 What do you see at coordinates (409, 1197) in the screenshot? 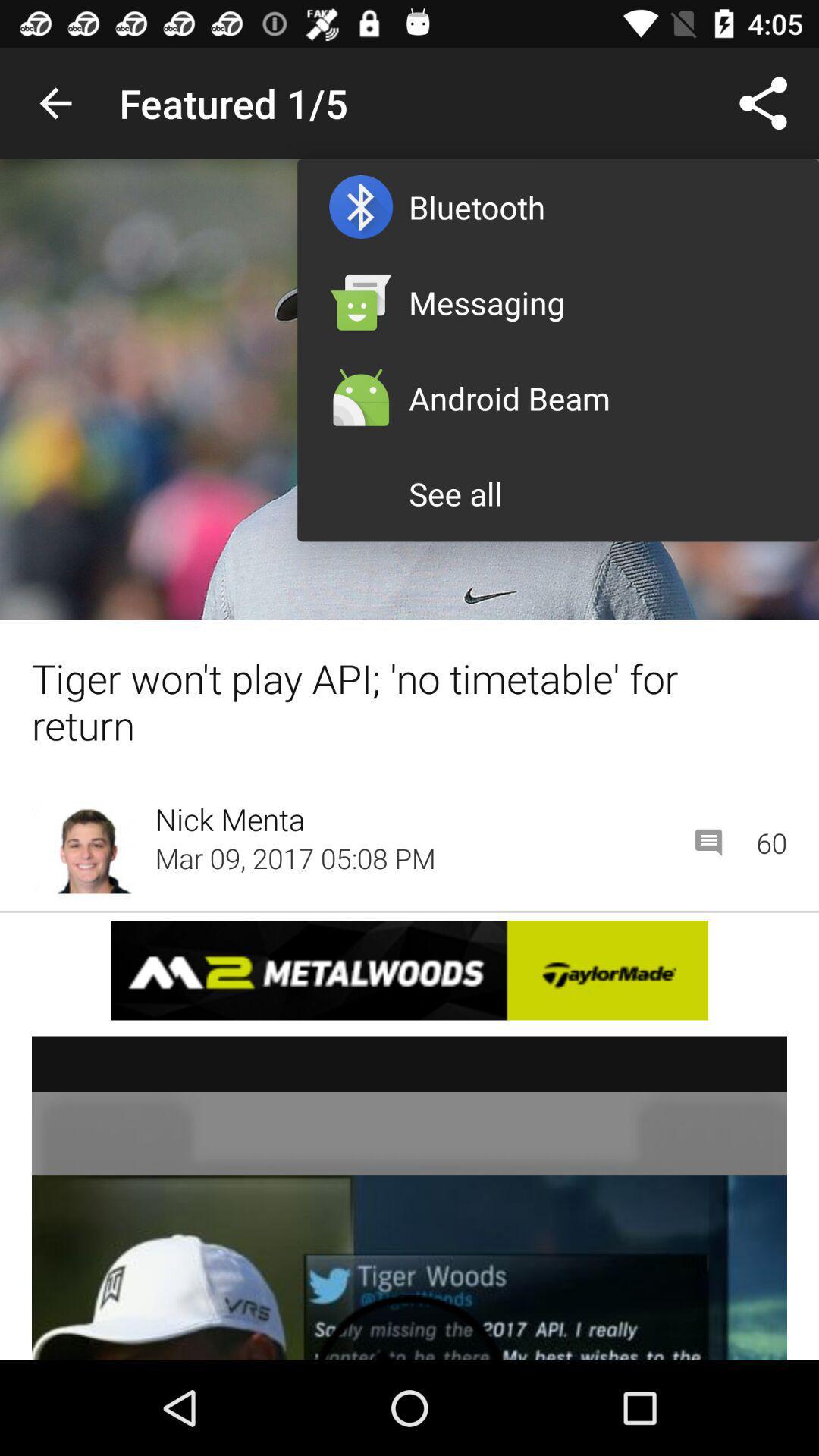
I see `click on advertisements` at bounding box center [409, 1197].